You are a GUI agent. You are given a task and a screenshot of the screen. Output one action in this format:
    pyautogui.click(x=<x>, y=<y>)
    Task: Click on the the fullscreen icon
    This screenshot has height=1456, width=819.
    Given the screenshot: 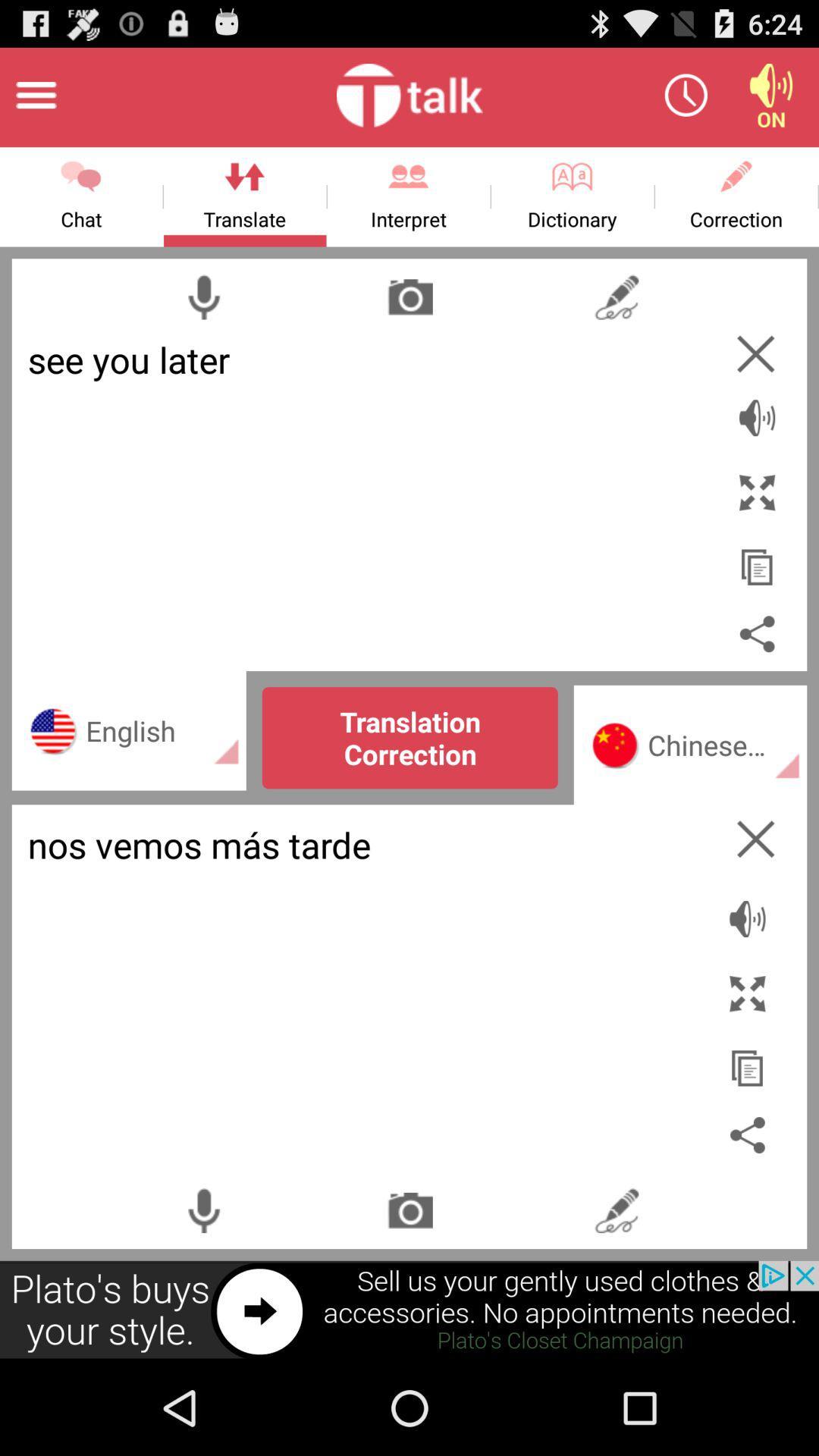 What is the action you would take?
    pyautogui.click(x=751, y=1054)
    